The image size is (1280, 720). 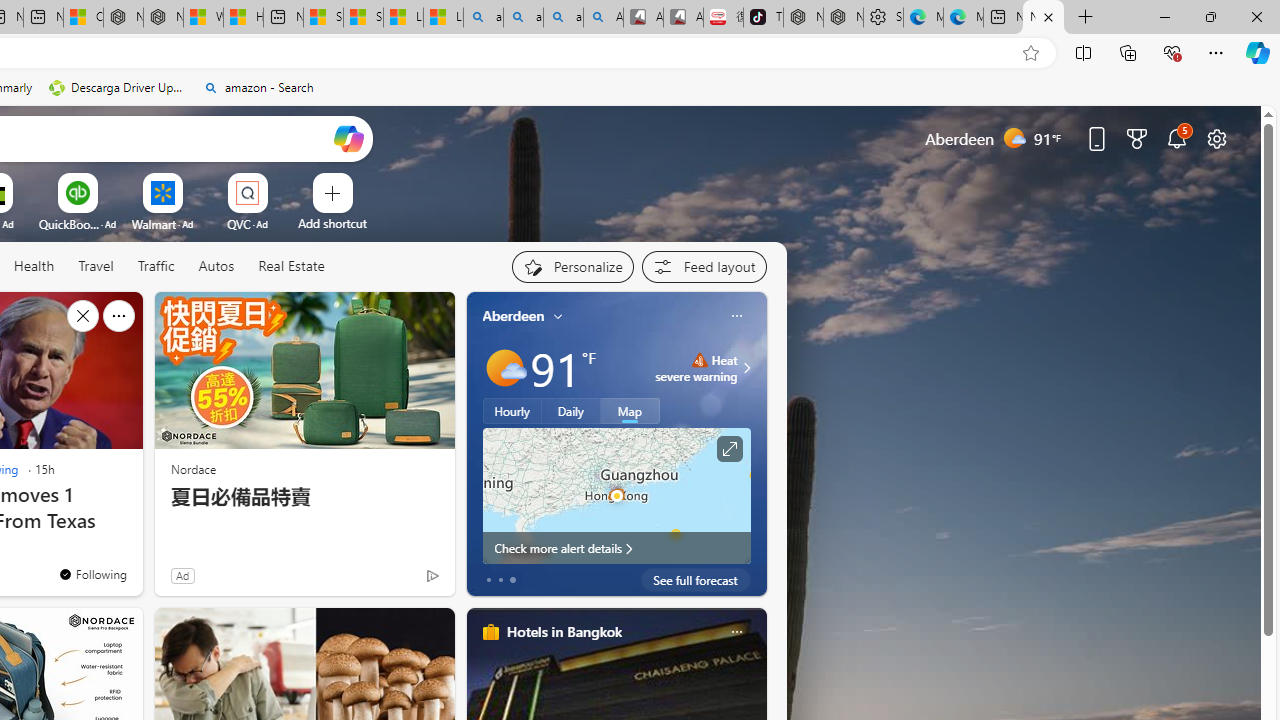 I want to click on 'Class: icon-img', so click(x=735, y=632).